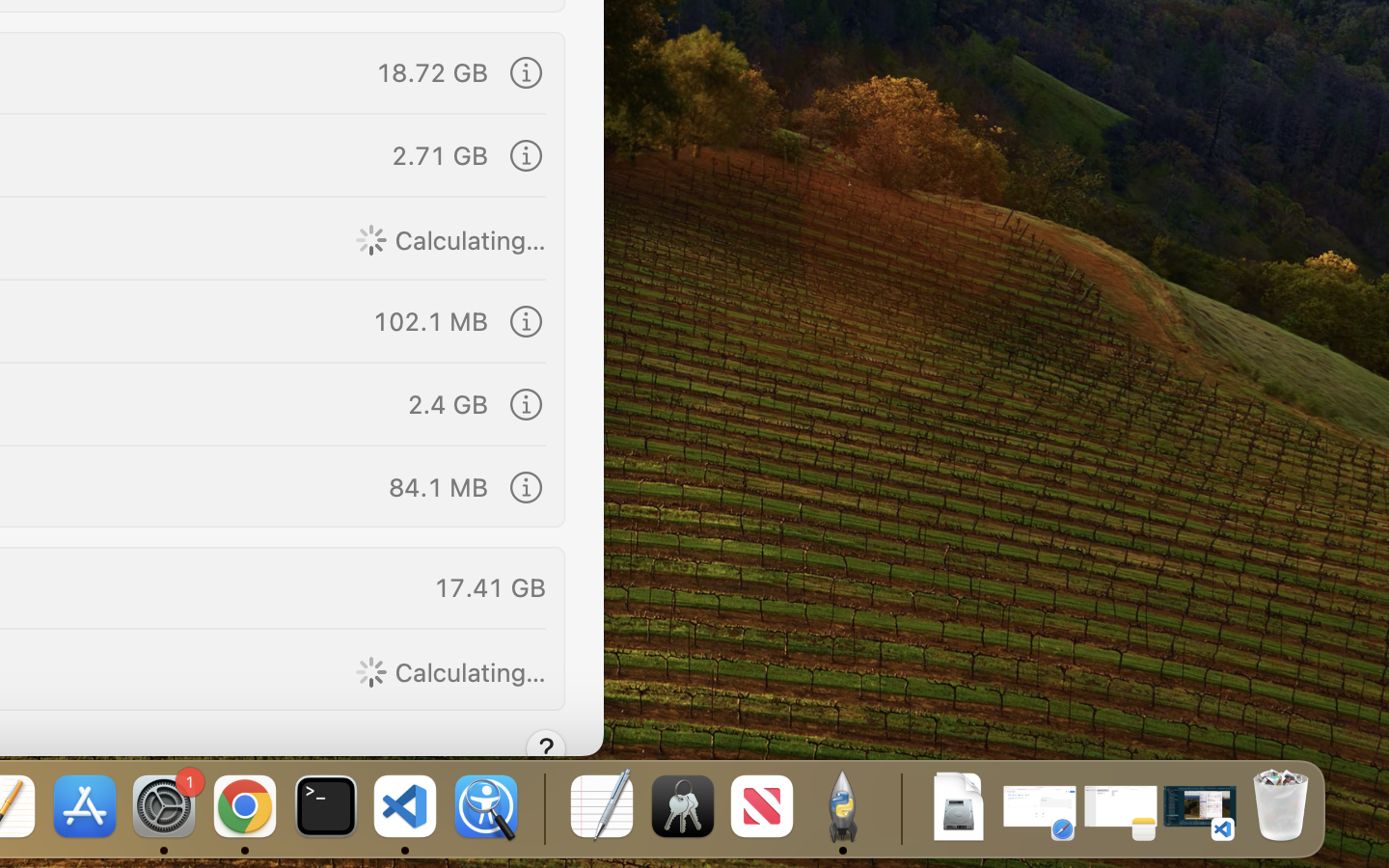  Describe the element at coordinates (447, 402) in the screenshot. I see `'2.4 GB'` at that location.